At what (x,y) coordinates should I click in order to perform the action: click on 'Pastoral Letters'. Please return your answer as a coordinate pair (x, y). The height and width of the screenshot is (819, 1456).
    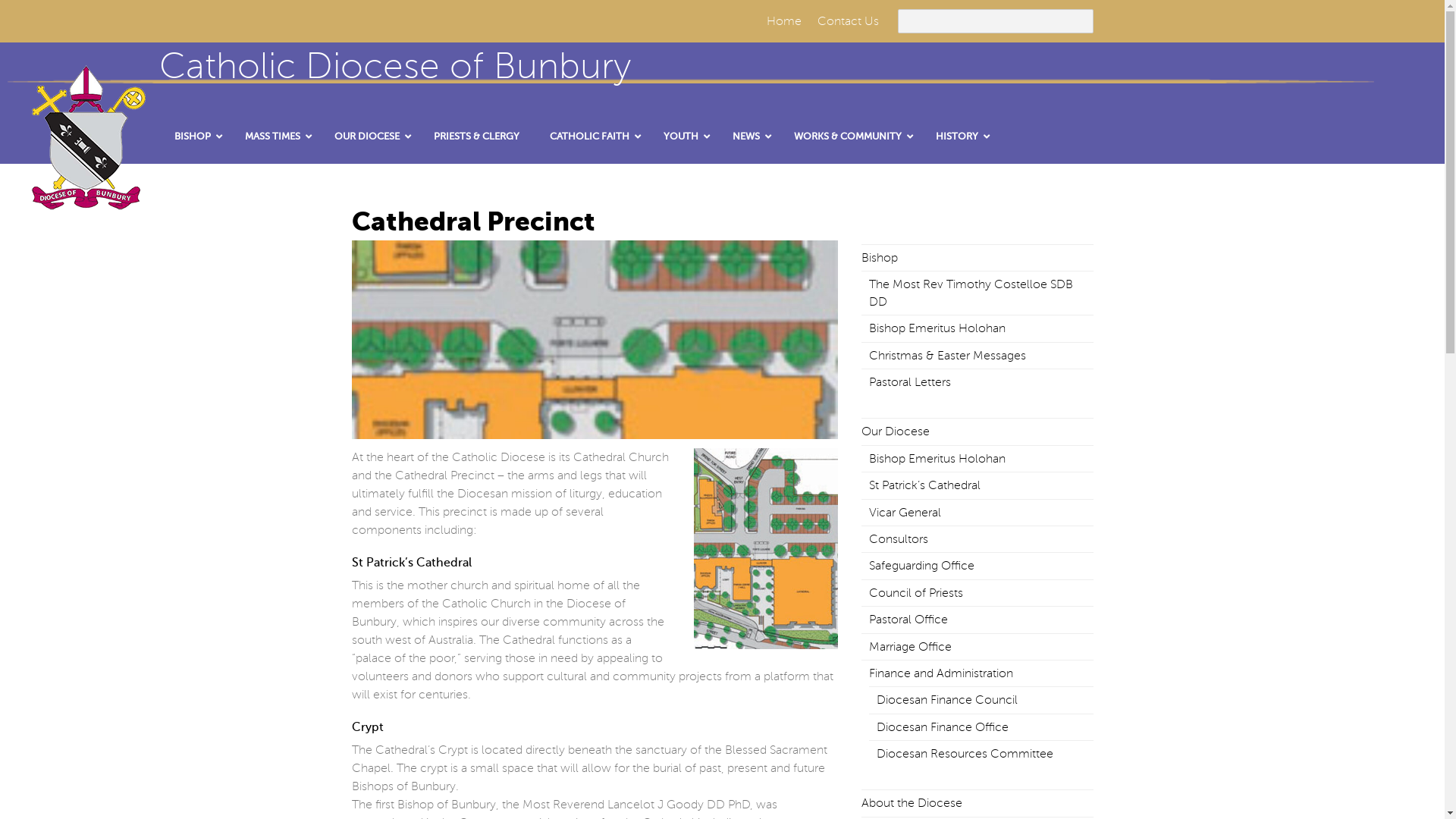
    Looking at the image, I should click on (910, 381).